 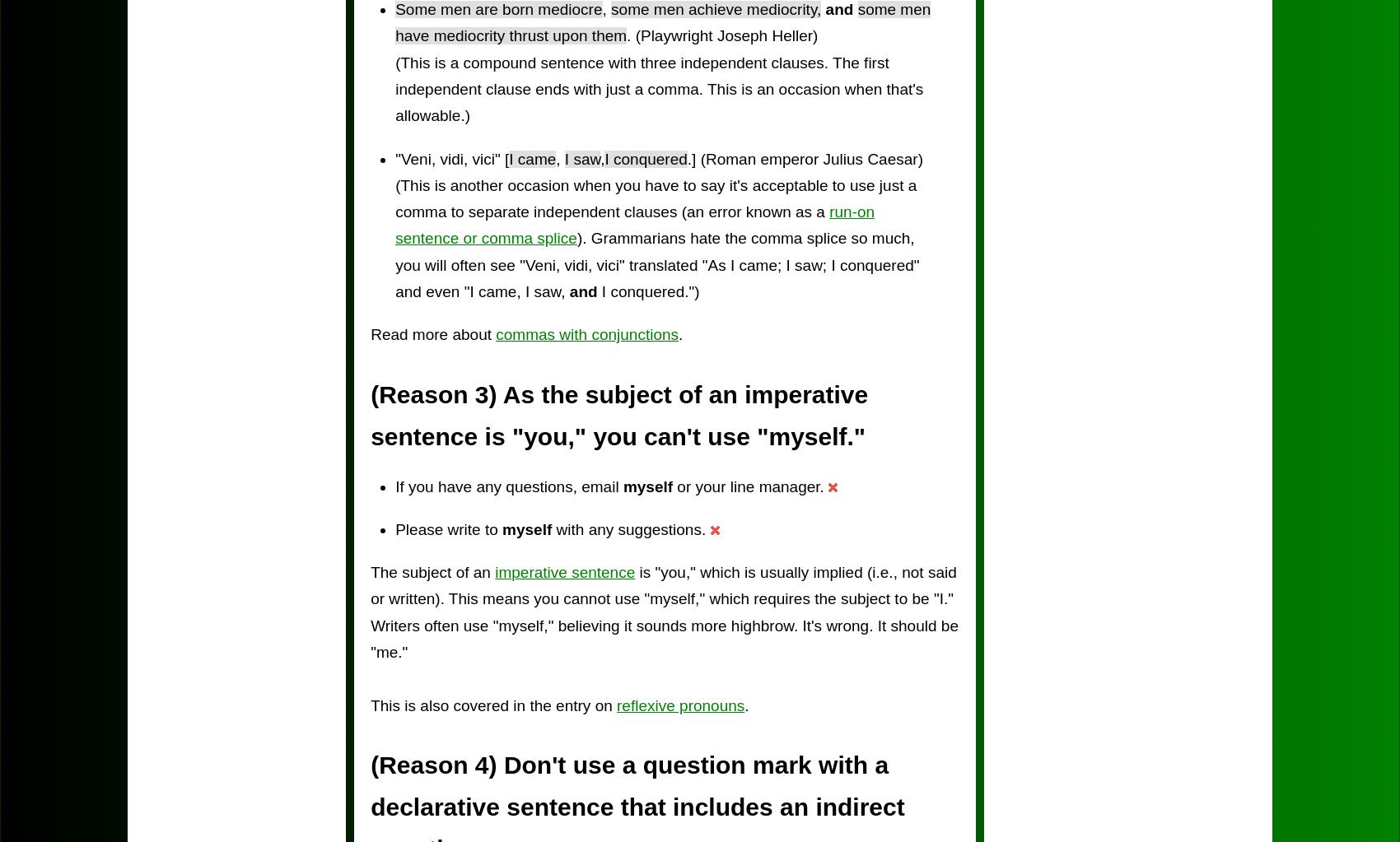 What do you see at coordinates (532, 158) in the screenshot?
I see `'I came'` at bounding box center [532, 158].